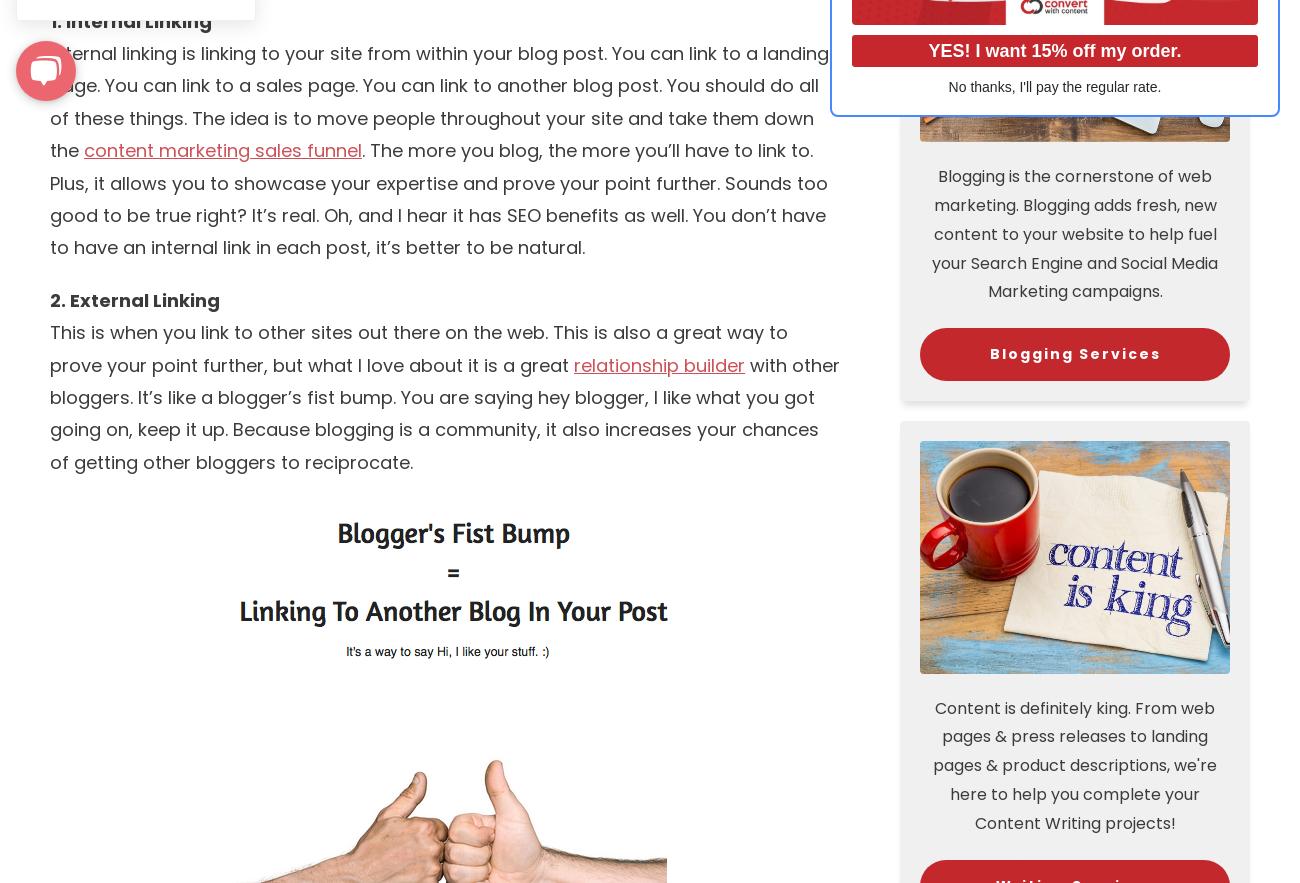 This screenshot has width=1300, height=883. I want to click on 'content marketing sales funnel', so click(221, 150).